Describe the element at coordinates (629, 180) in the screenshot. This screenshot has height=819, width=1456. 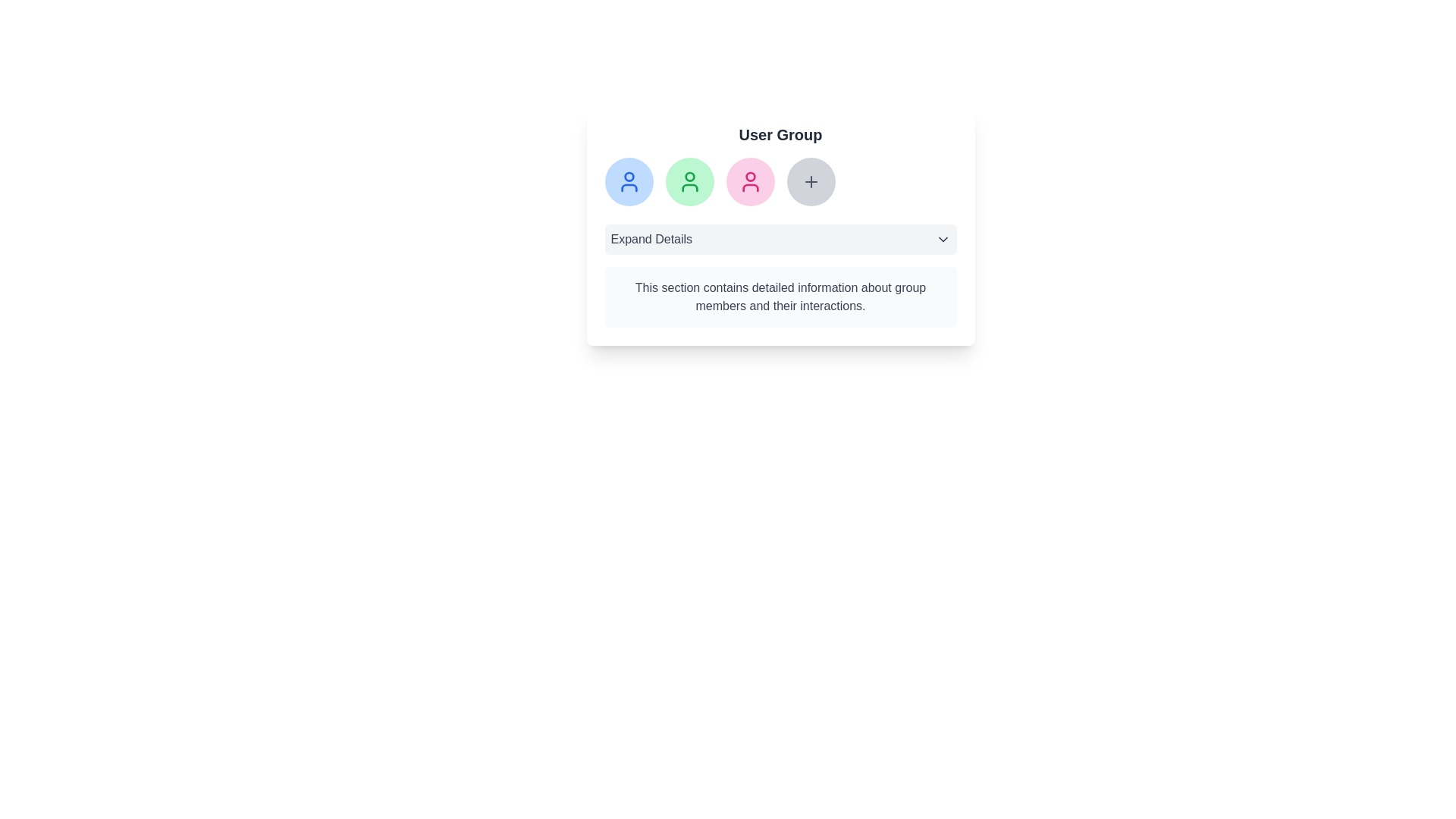
I see `the user identification icon, which is represented as a circular button on a light blue background at the top left of the 'User Group' card` at that location.